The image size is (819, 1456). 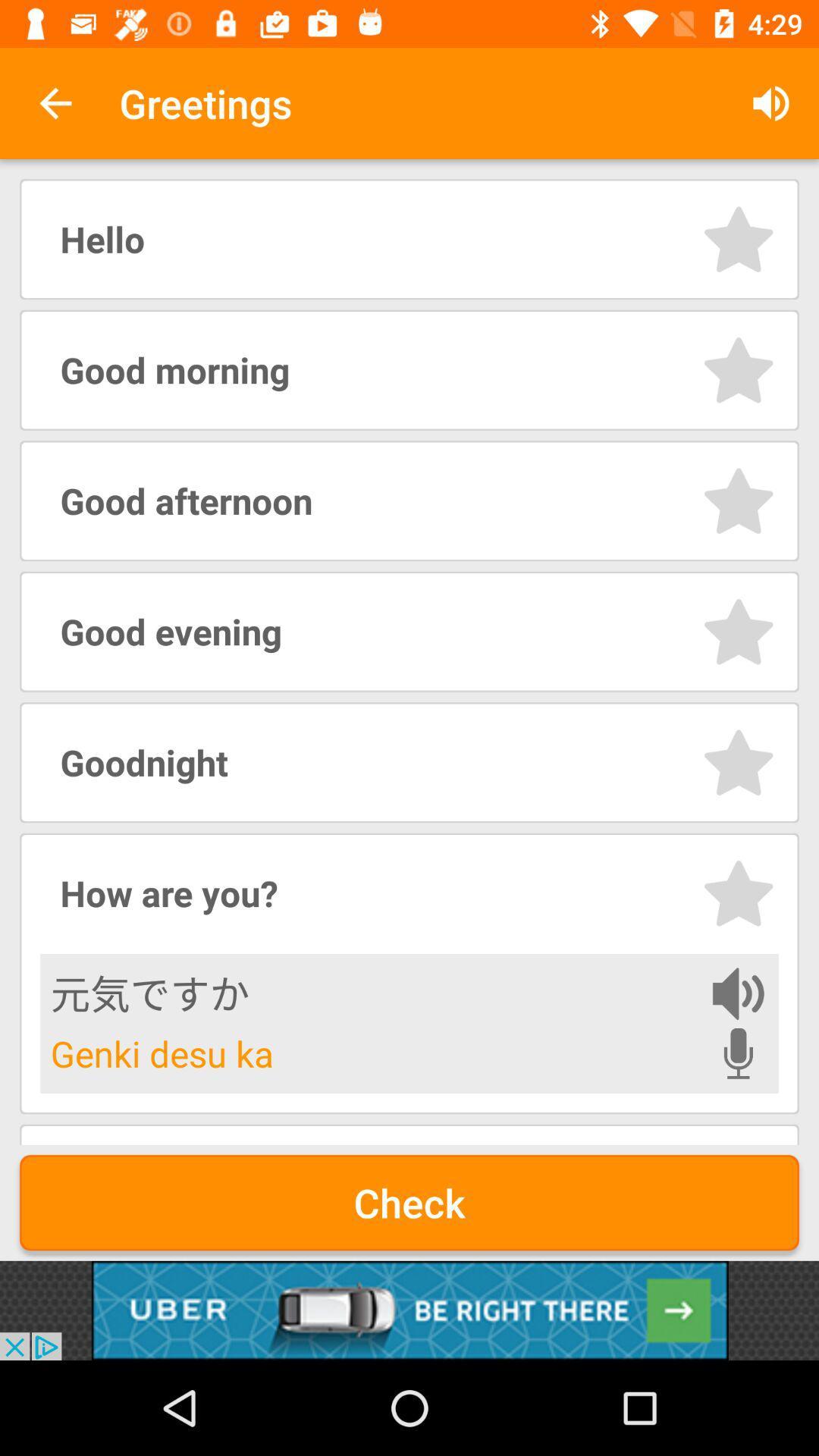 What do you see at coordinates (409, 1310) in the screenshot?
I see `open advertisement` at bounding box center [409, 1310].